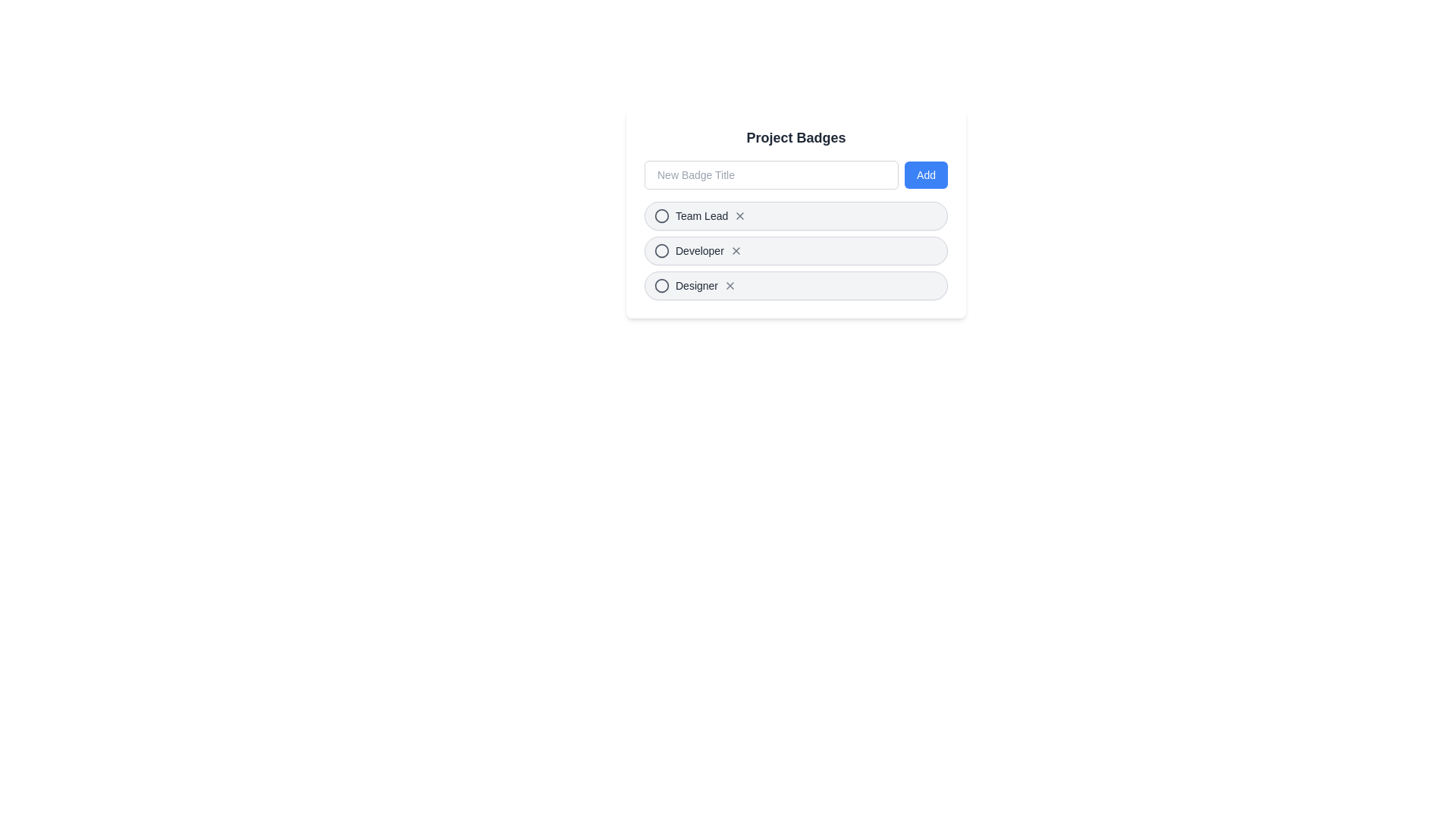 This screenshot has height=819, width=1456. Describe the element at coordinates (740, 216) in the screenshot. I see `the badge labeled Team Lead by clicking the corresponding 'X' button` at that location.